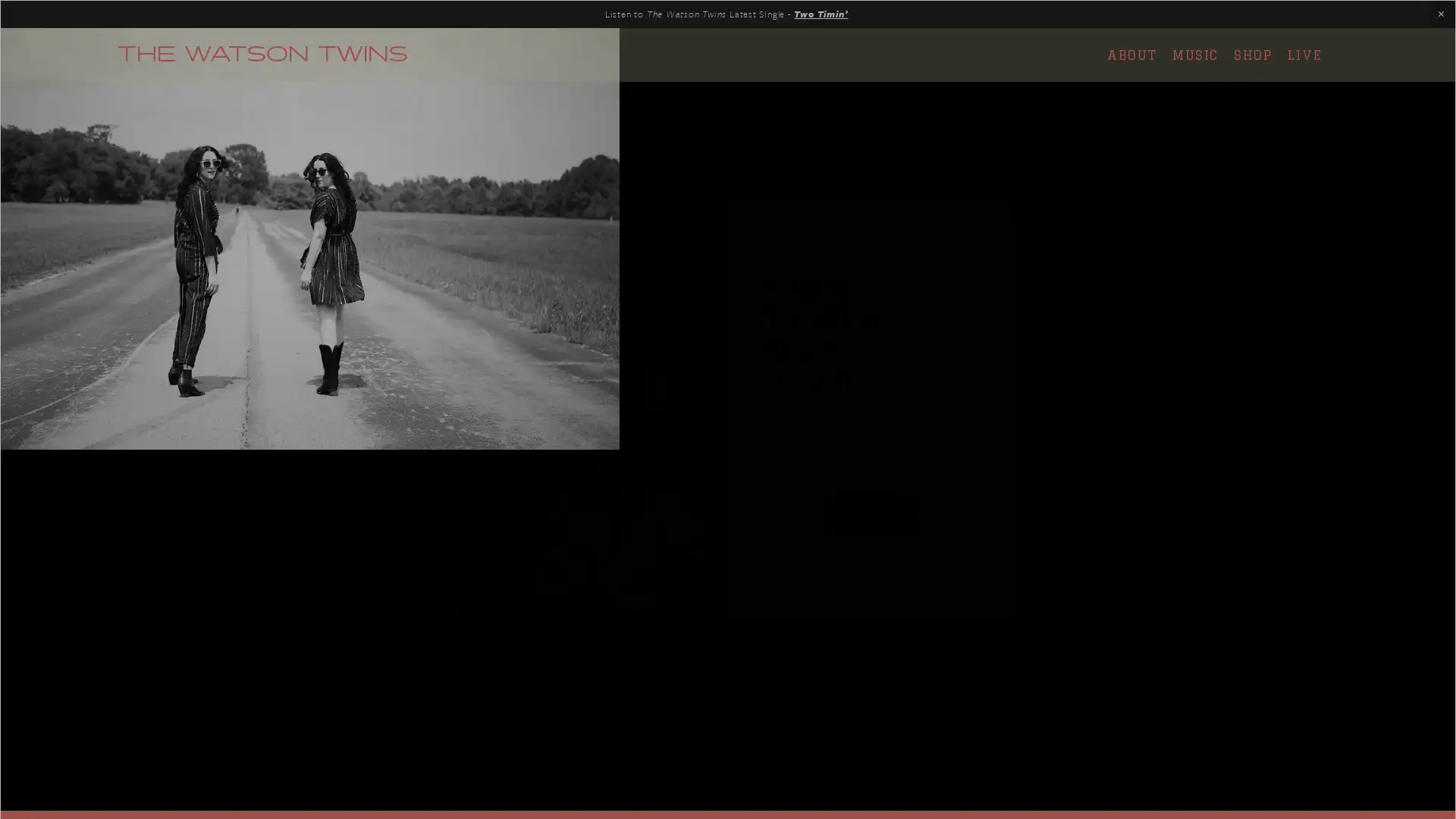 The height and width of the screenshot is (819, 1456). I want to click on Close, so click(994, 216).